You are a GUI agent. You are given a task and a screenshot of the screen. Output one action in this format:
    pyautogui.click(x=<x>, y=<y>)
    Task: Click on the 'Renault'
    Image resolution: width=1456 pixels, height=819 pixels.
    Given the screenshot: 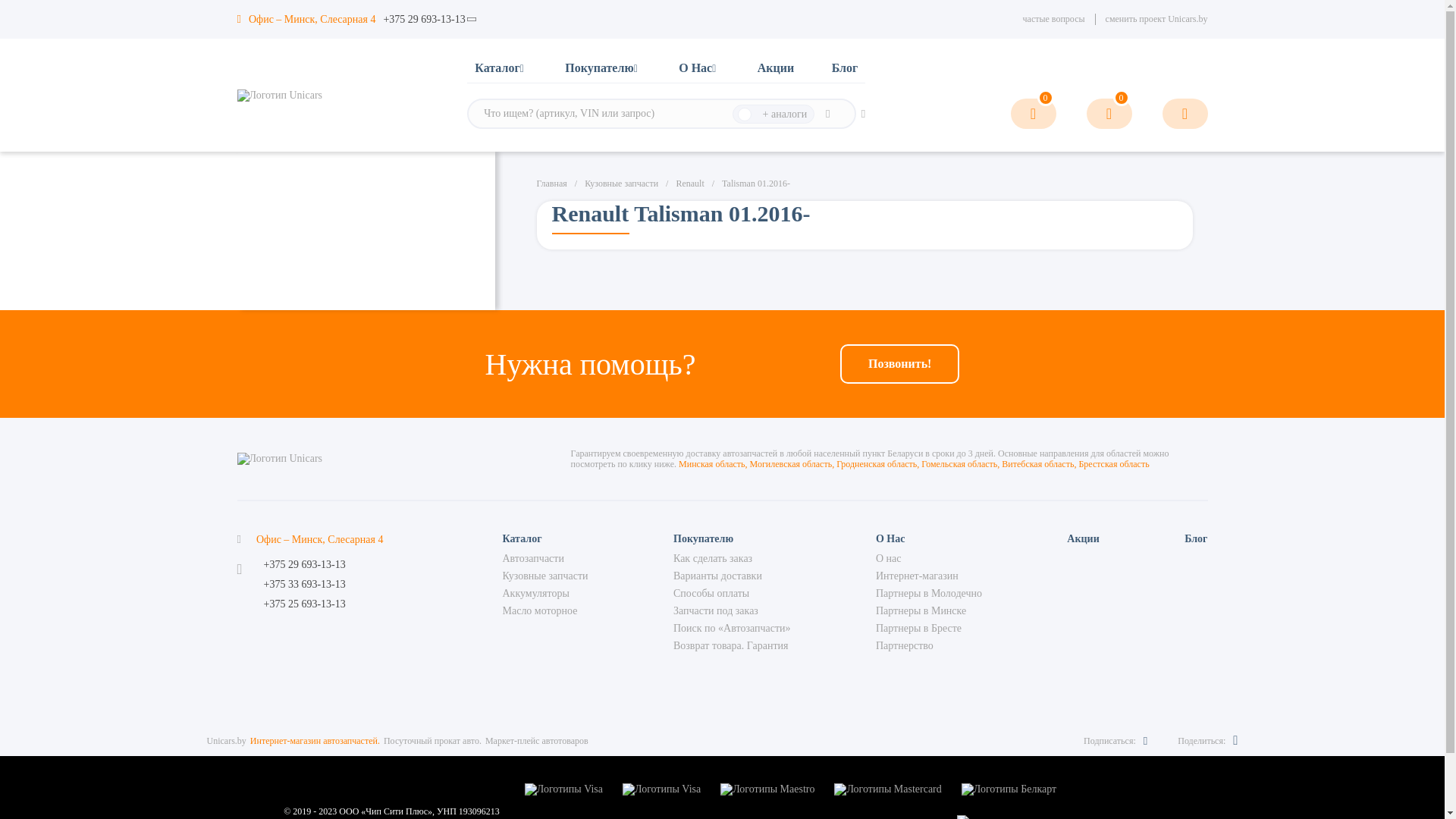 What is the action you would take?
    pyautogui.click(x=689, y=183)
    